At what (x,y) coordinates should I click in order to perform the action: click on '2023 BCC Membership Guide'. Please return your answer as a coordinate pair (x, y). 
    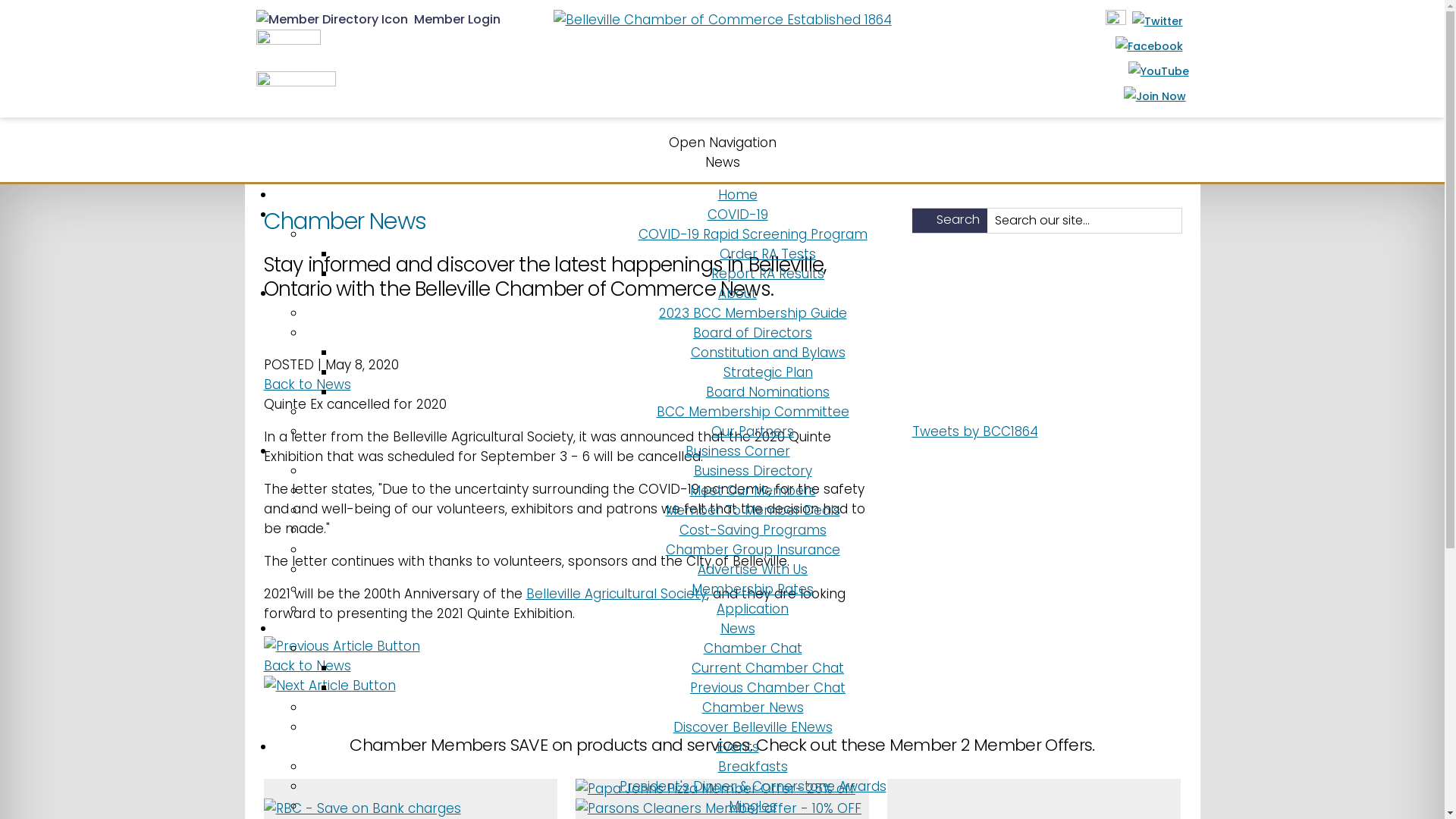
    Looking at the image, I should click on (752, 312).